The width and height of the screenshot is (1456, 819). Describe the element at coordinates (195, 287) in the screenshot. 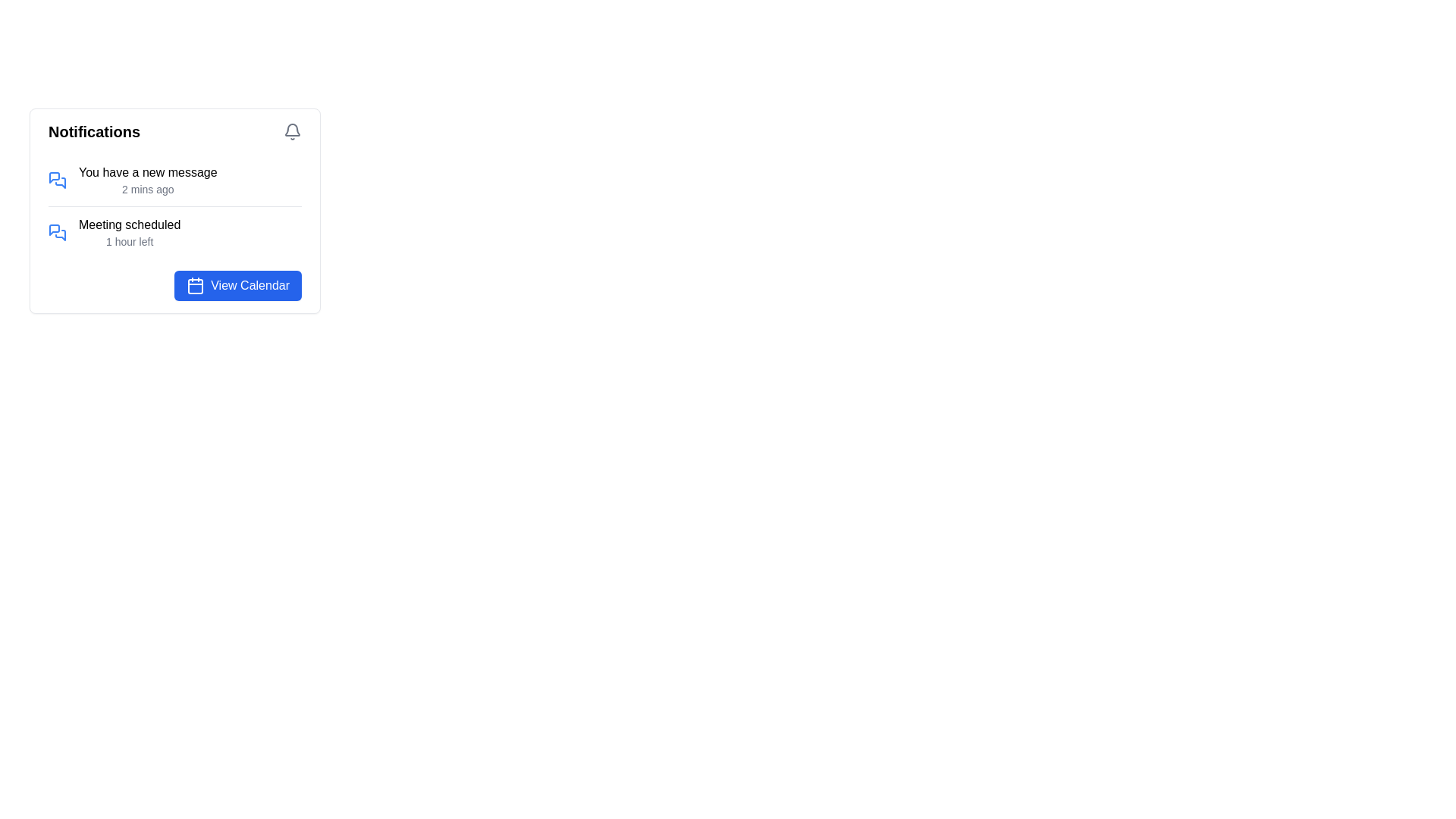

I see `the calendar icon located within the 'View Calendar' button at the bottom-right of the notification panel` at that location.